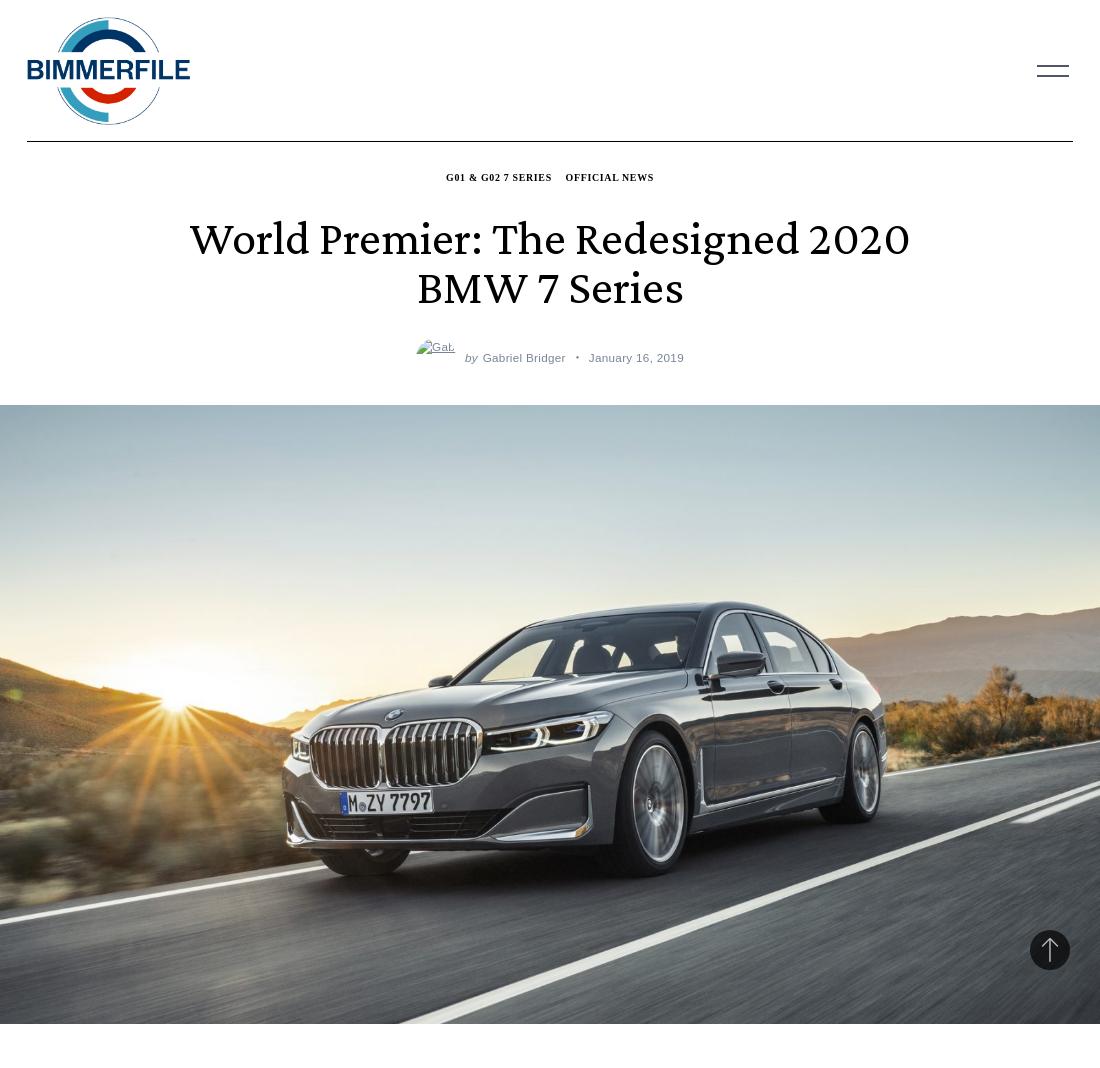  What do you see at coordinates (550, 261) in the screenshot?
I see `'World Premier: The Redesigned 2020 BMW 7 Series'` at bounding box center [550, 261].